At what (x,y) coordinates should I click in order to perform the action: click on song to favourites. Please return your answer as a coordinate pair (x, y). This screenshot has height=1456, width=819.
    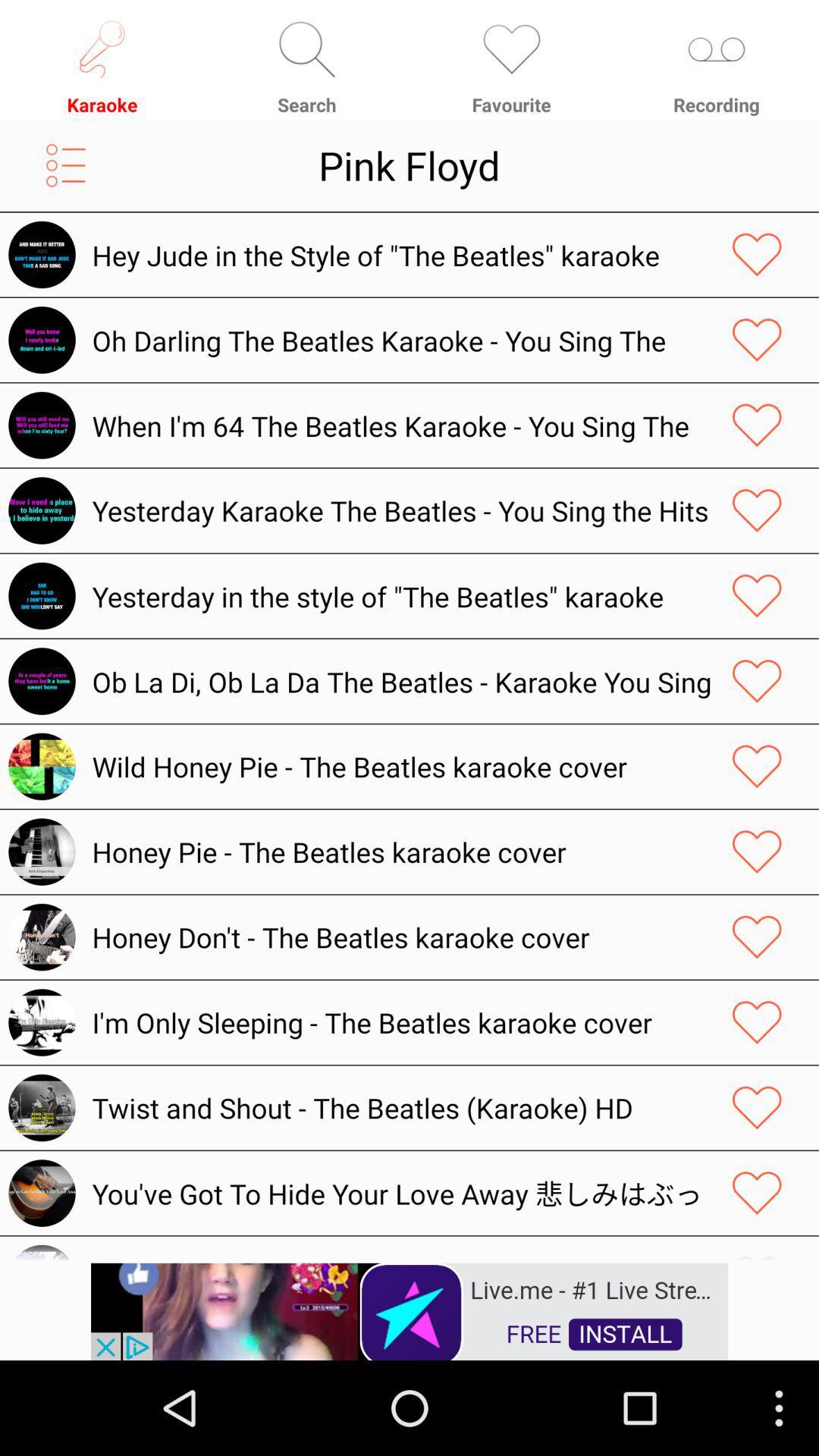
    Looking at the image, I should click on (757, 595).